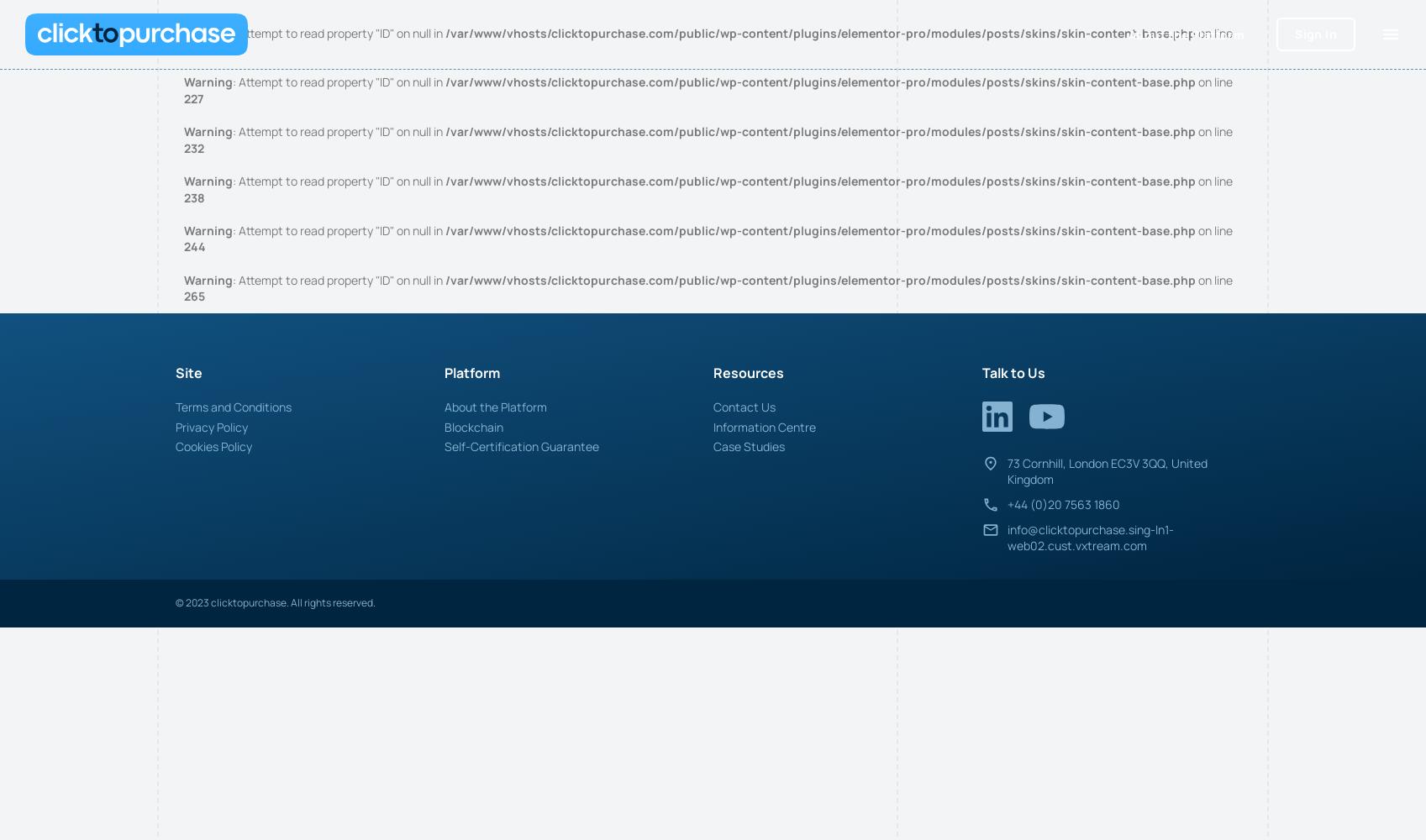  Describe the element at coordinates (212, 446) in the screenshot. I see `'Cookies Policy'` at that location.